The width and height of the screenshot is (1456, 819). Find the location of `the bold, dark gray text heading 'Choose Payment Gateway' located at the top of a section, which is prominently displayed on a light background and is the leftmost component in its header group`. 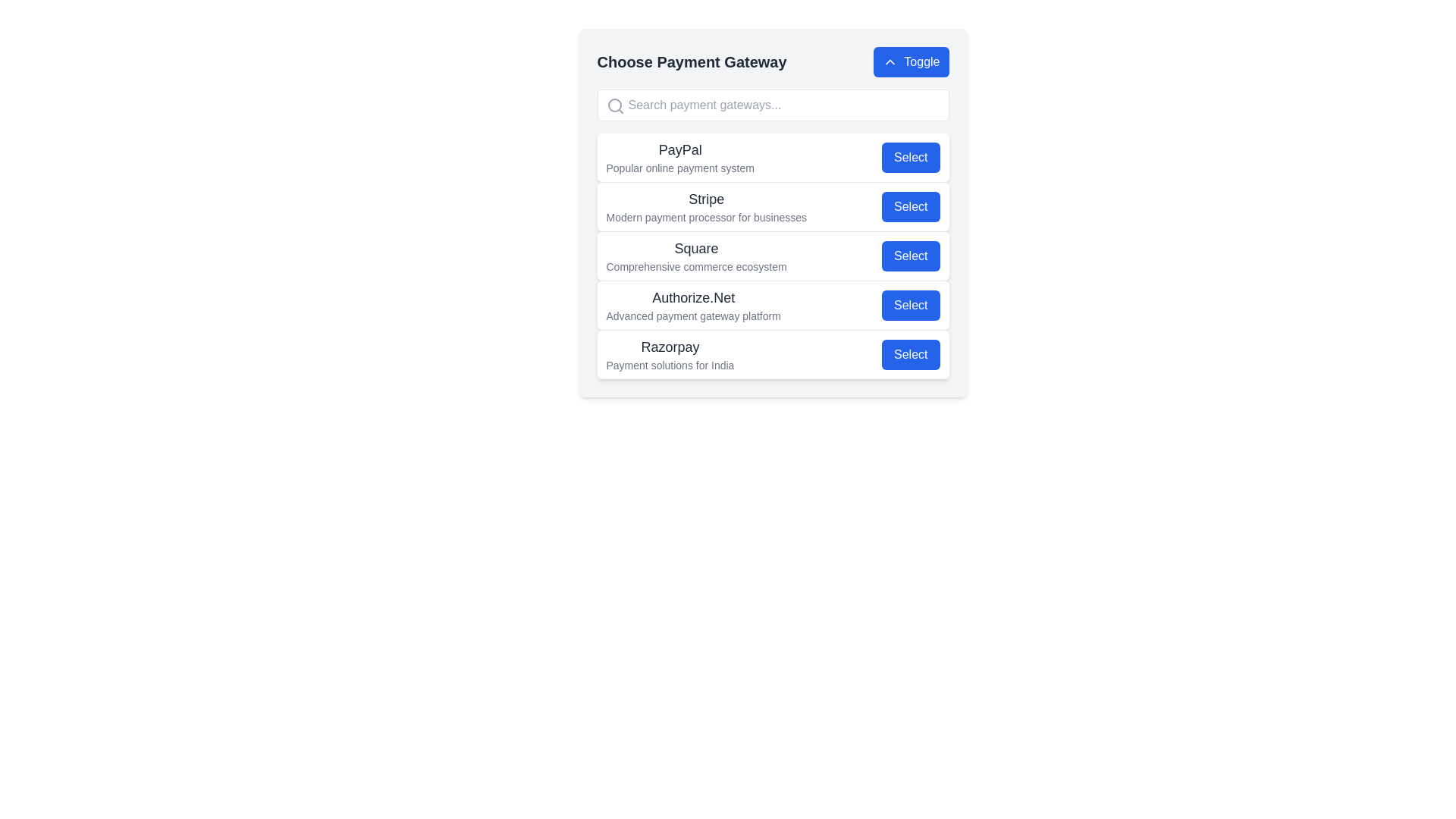

the bold, dark gray text heading 'Choose Payment Gateway' located at the top of a section, which is prominently displayed on a light background and is the leftmost component in its header group is located at coordinates (691, 61).